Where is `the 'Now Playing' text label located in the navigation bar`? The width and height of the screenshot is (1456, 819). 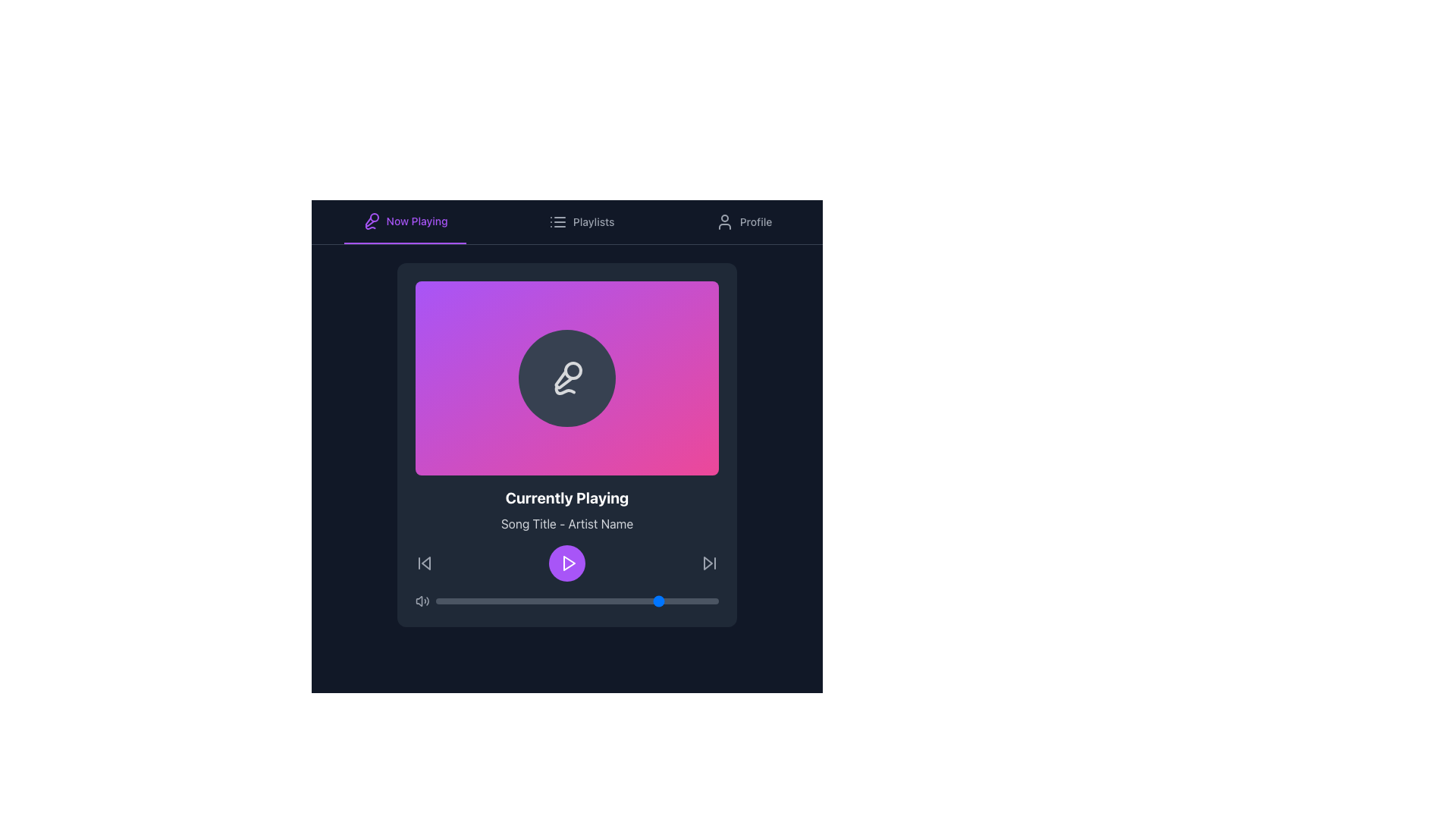
the 'Now Playing' text label located in the navigation bar is located at coordinates (417, 221).